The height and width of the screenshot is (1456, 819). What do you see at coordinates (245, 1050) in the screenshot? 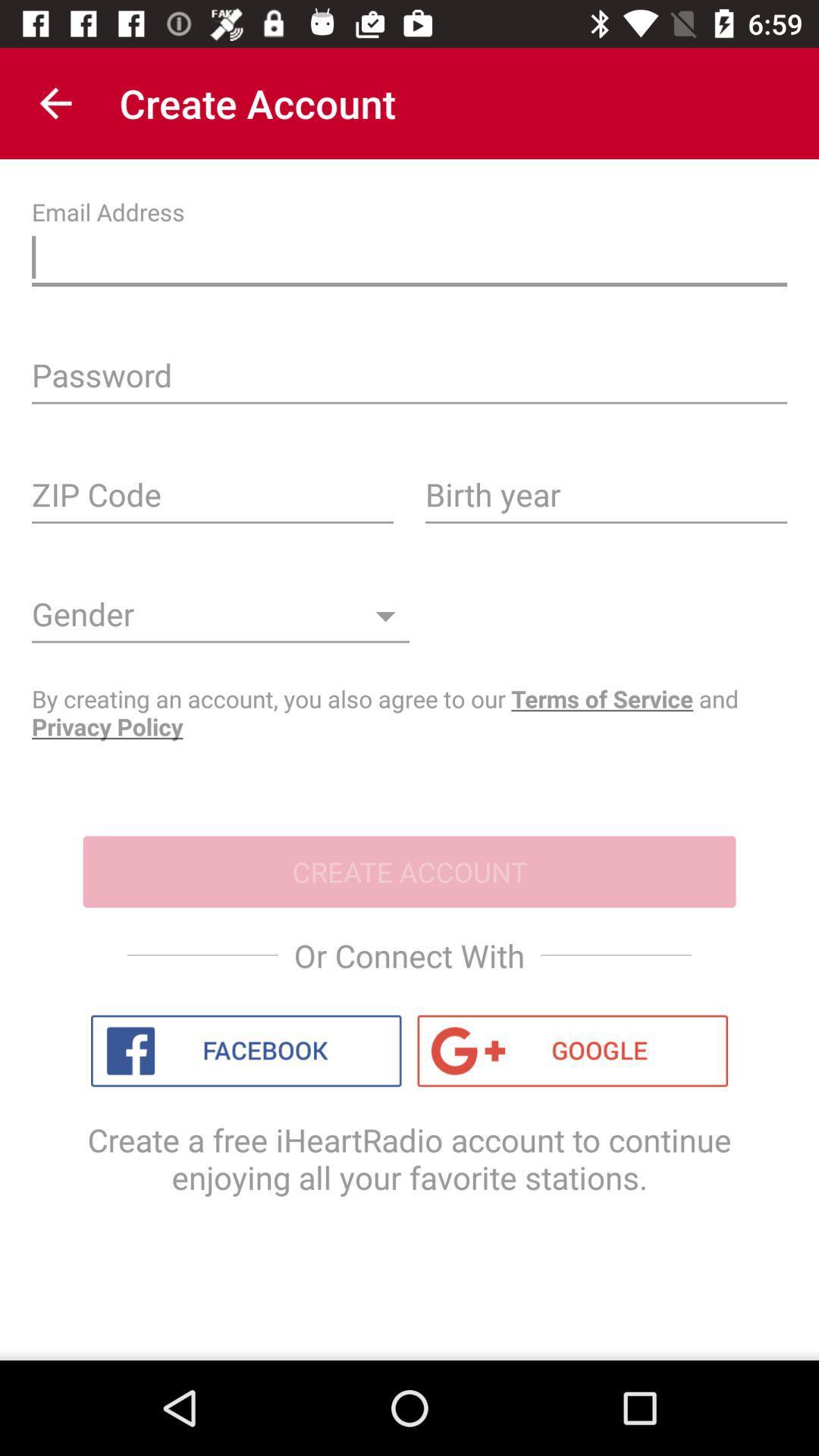
I see `item above the create a free icon` at bounding box center [245, 1050].